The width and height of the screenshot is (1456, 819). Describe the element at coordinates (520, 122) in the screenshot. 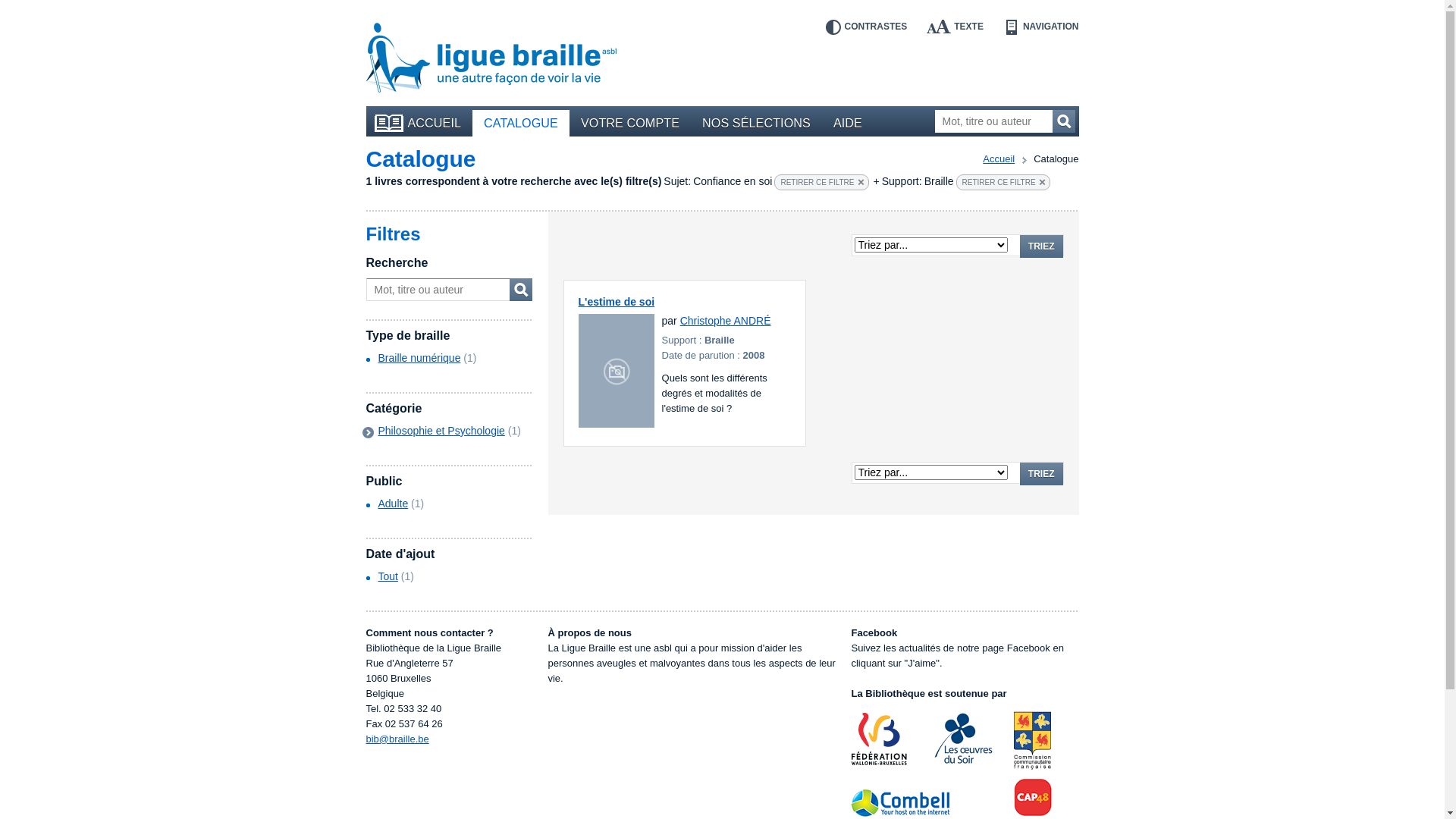

I see `'CATALOGUE'` at that location.